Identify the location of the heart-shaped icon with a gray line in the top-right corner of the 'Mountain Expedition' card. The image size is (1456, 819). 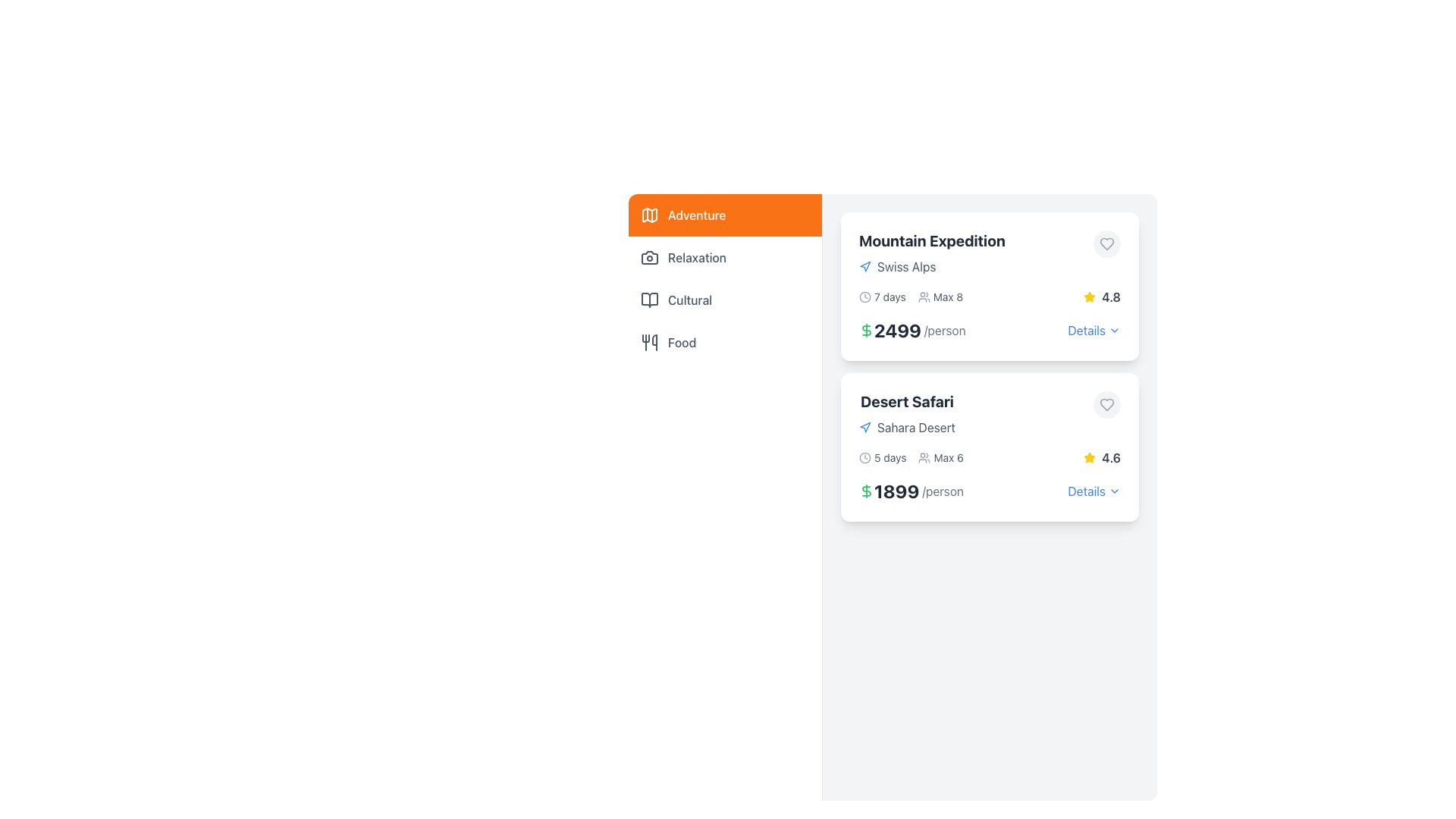
(1106, 243).